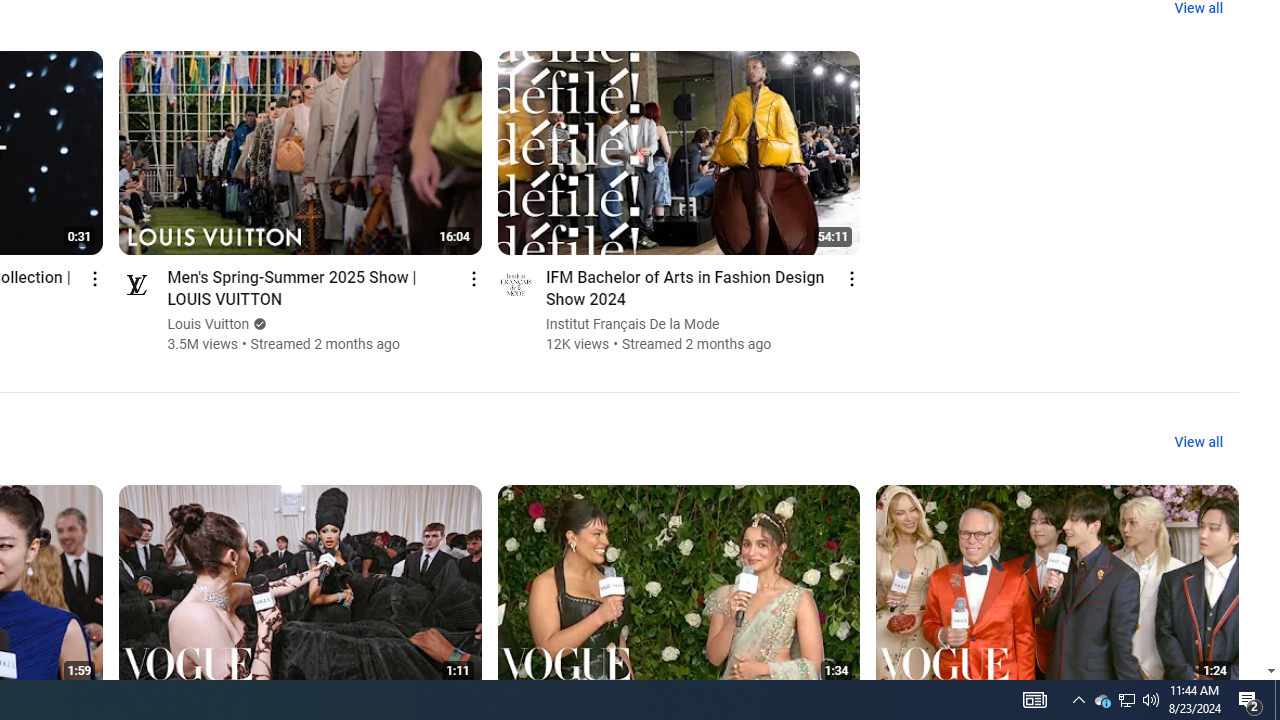 The height and width of the screenshot is (720, 1280). I want to click on 'Louis Vuitton', so click(208, 323).